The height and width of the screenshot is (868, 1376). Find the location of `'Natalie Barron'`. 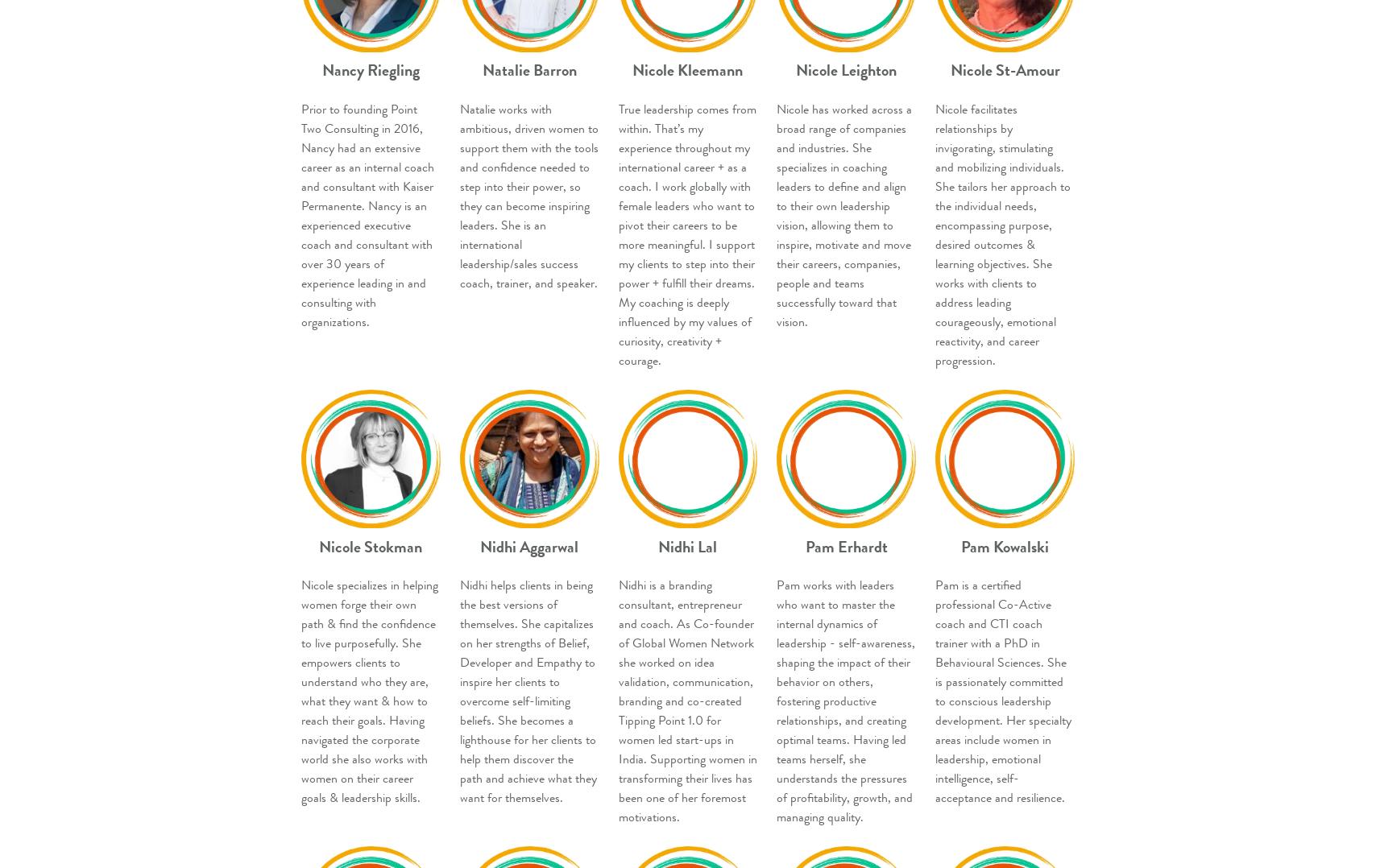

'Natalie Barron' is located at coordinates (528, 69).